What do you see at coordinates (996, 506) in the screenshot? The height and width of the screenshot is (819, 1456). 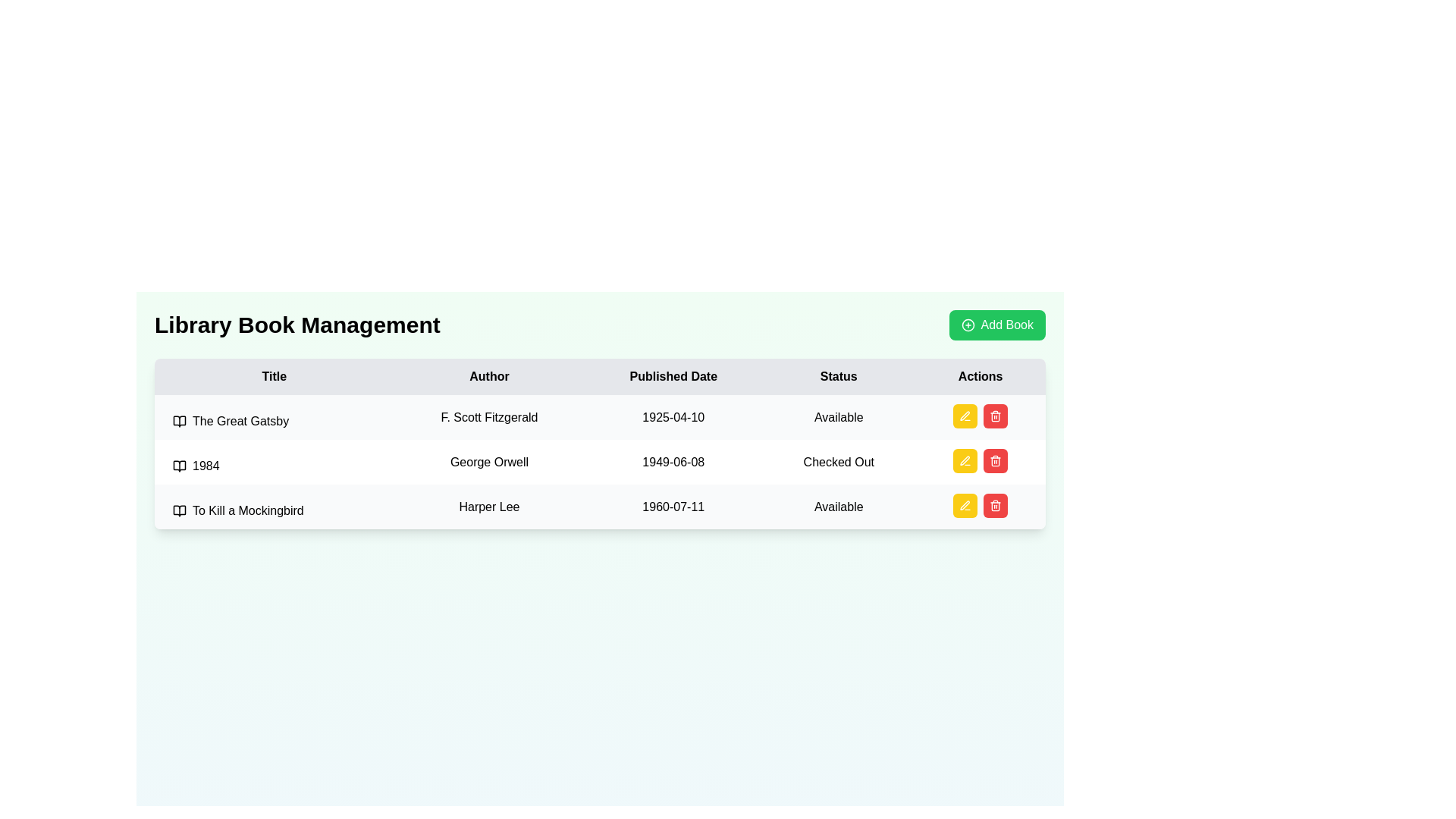 I see `the delete button located in the rightmost position of the Actions column in the third row of the Library Book Management table` at bounding box center [996, 506].